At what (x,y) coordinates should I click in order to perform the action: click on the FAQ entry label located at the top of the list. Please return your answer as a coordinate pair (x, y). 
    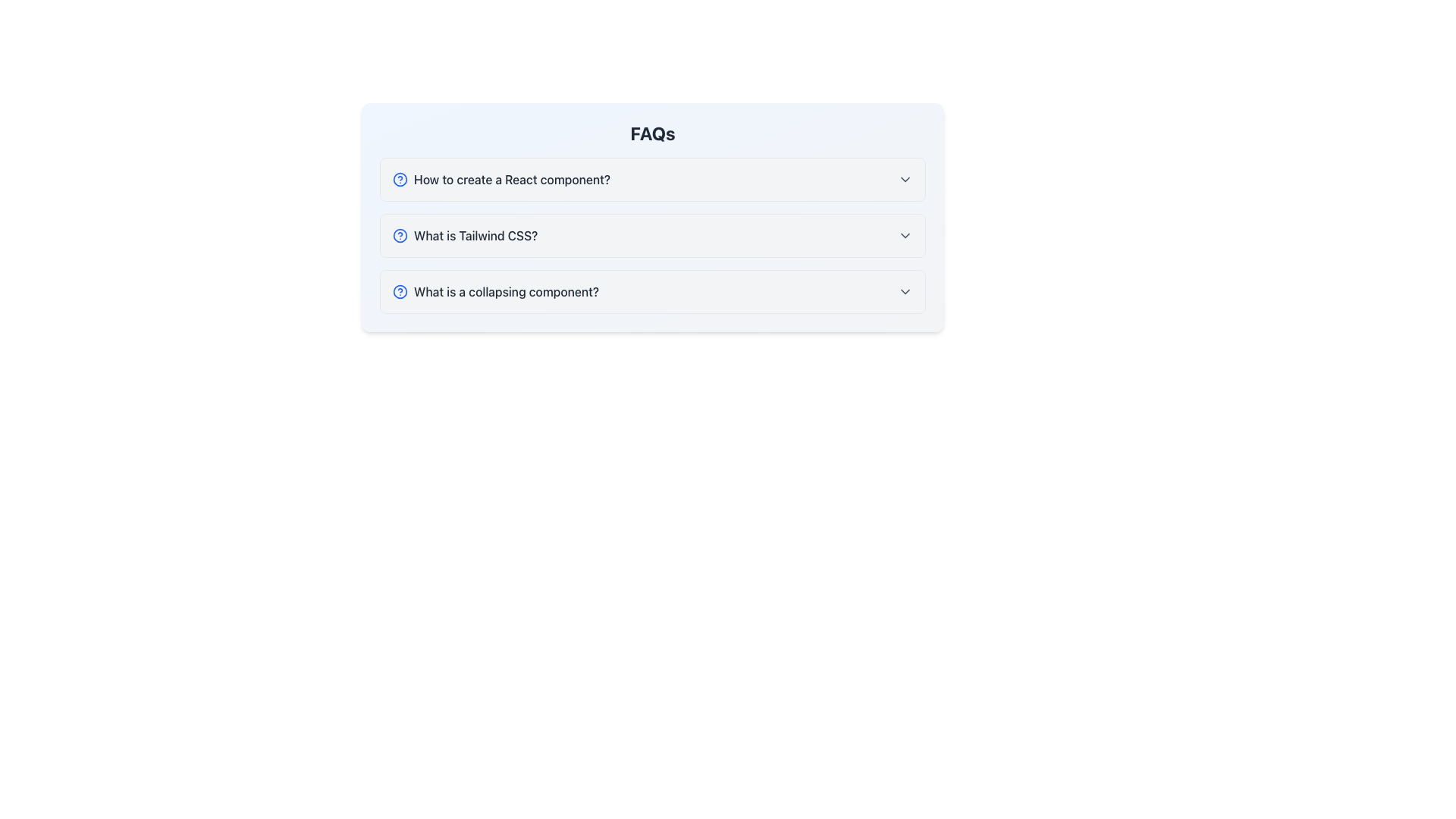
    Looking at the image, I should click on (501, 178).